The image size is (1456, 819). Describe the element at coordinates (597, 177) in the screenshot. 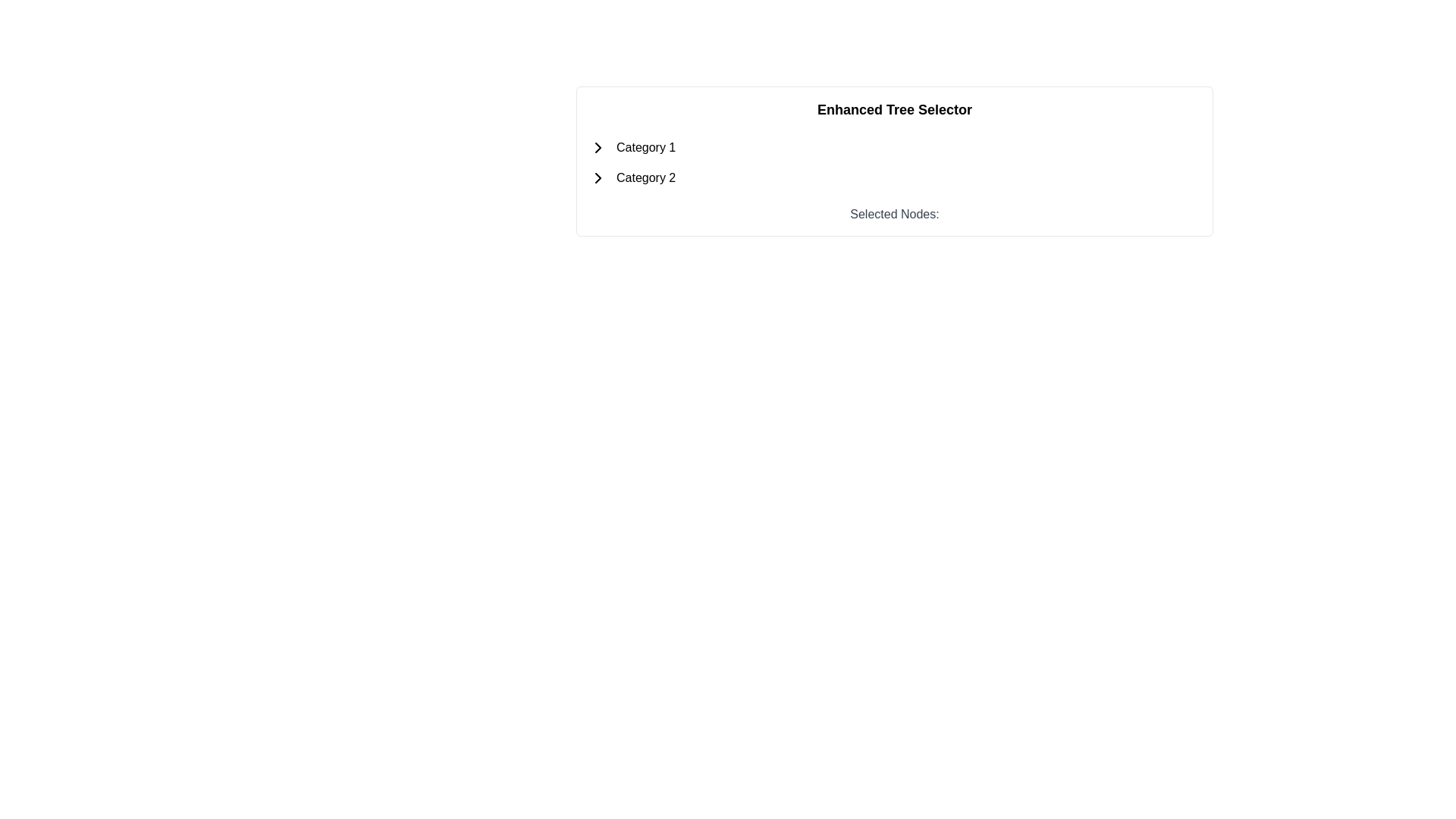

I see `the right-facing chevron icon located to the left of 'Category 2'` at that location.